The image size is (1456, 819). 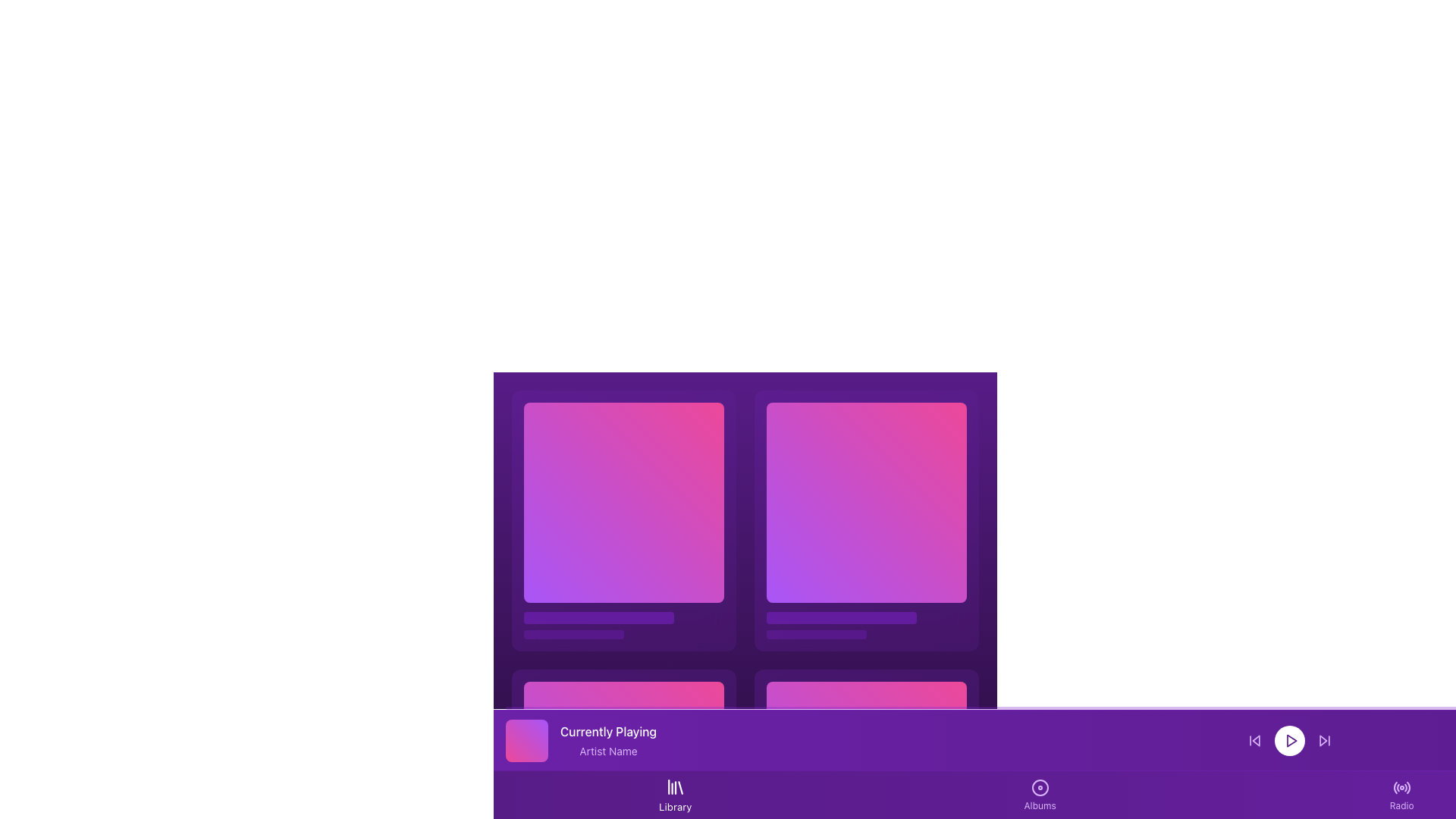 I want to click on the text block displaying 'Currently Playing' and 'Artist Name' in the now-playing section of the application, so click(x=608, y=739).